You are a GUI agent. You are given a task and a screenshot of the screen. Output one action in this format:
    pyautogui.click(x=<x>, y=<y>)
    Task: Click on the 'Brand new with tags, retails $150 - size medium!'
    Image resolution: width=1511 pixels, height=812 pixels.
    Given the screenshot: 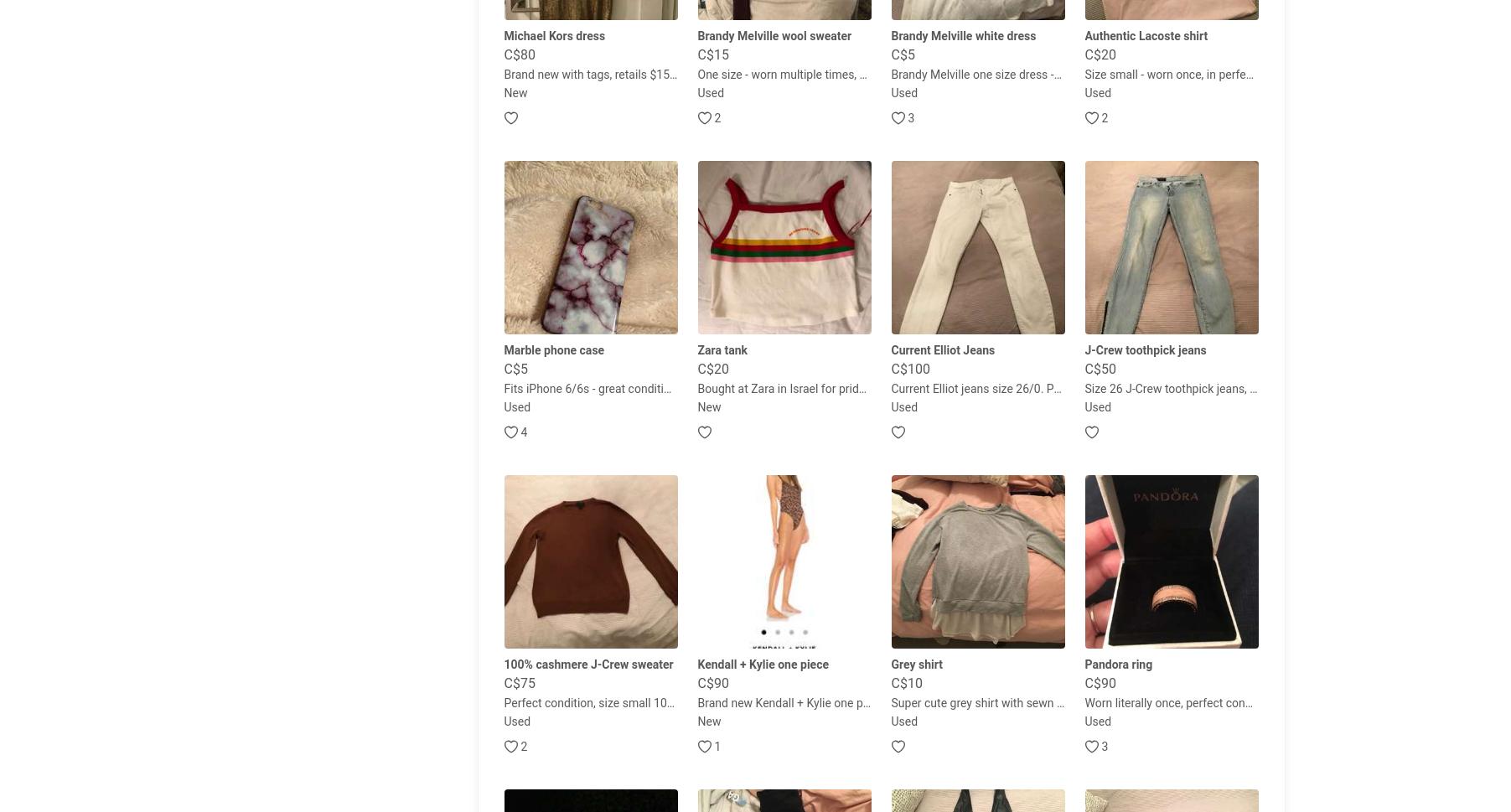 What is the action you would take?
    pyautogui.click(x=503, y=73)
    